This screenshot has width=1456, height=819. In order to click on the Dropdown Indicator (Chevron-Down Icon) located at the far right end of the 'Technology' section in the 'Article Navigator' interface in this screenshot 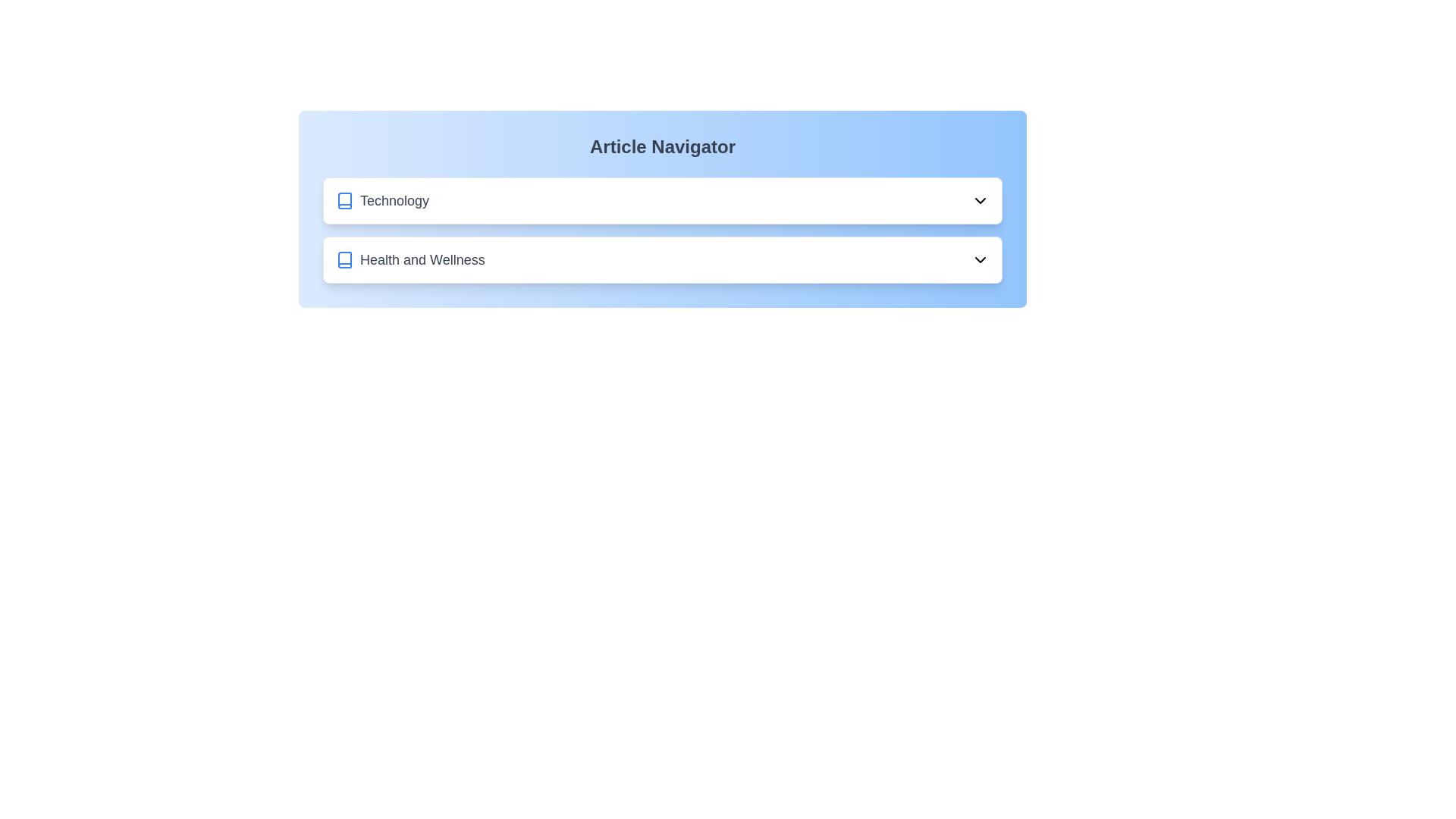, I will do `click(980, 200)`.